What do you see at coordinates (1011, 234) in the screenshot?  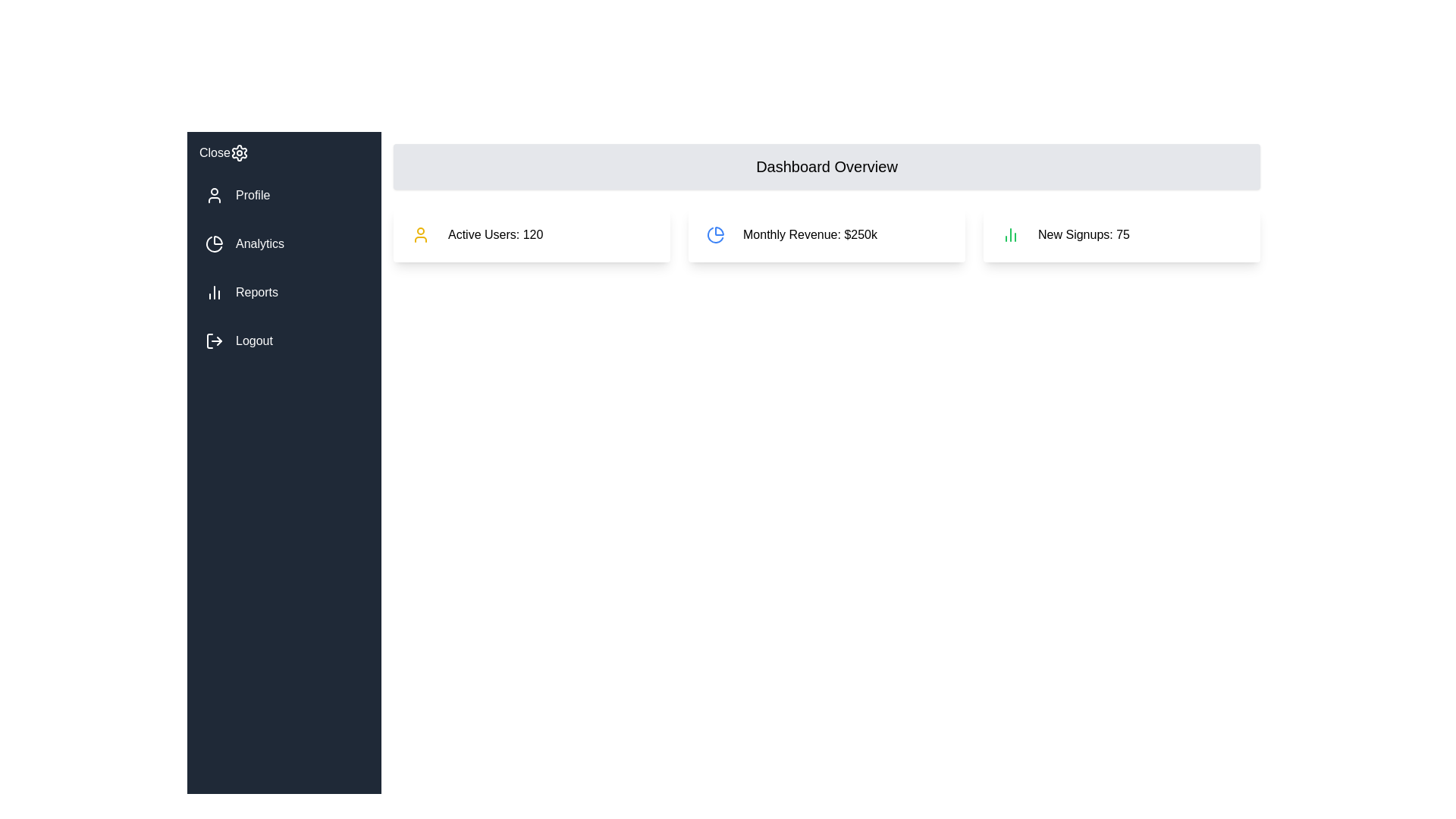 I see `the green histogram icon located to the left of the text 'New Signups: 75'` at bounding box center [1011, 234].